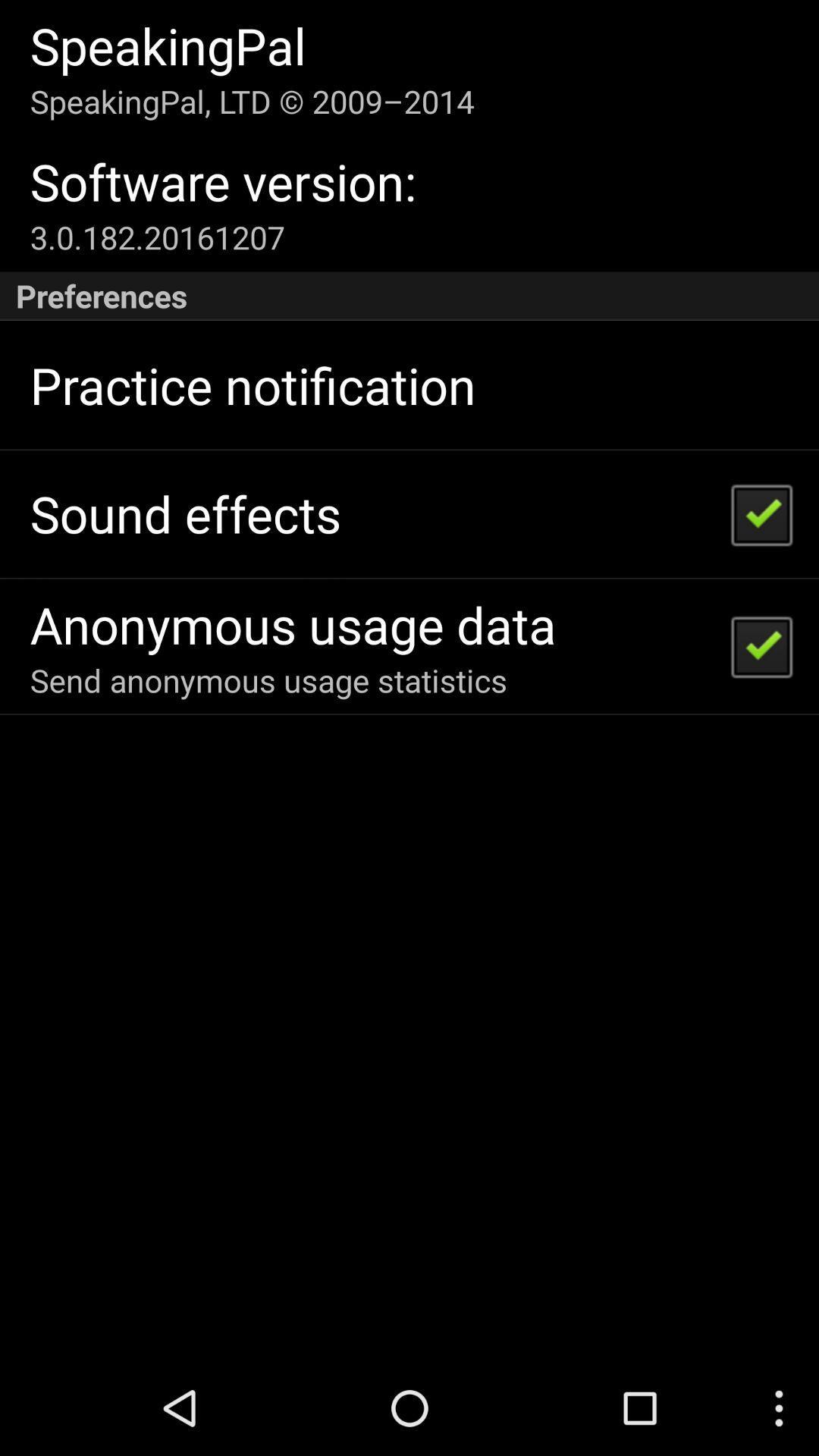  Describe the element at coordinates (184, 513) in the screenshot. I see `icon above anonymous usage data icon` at that location.